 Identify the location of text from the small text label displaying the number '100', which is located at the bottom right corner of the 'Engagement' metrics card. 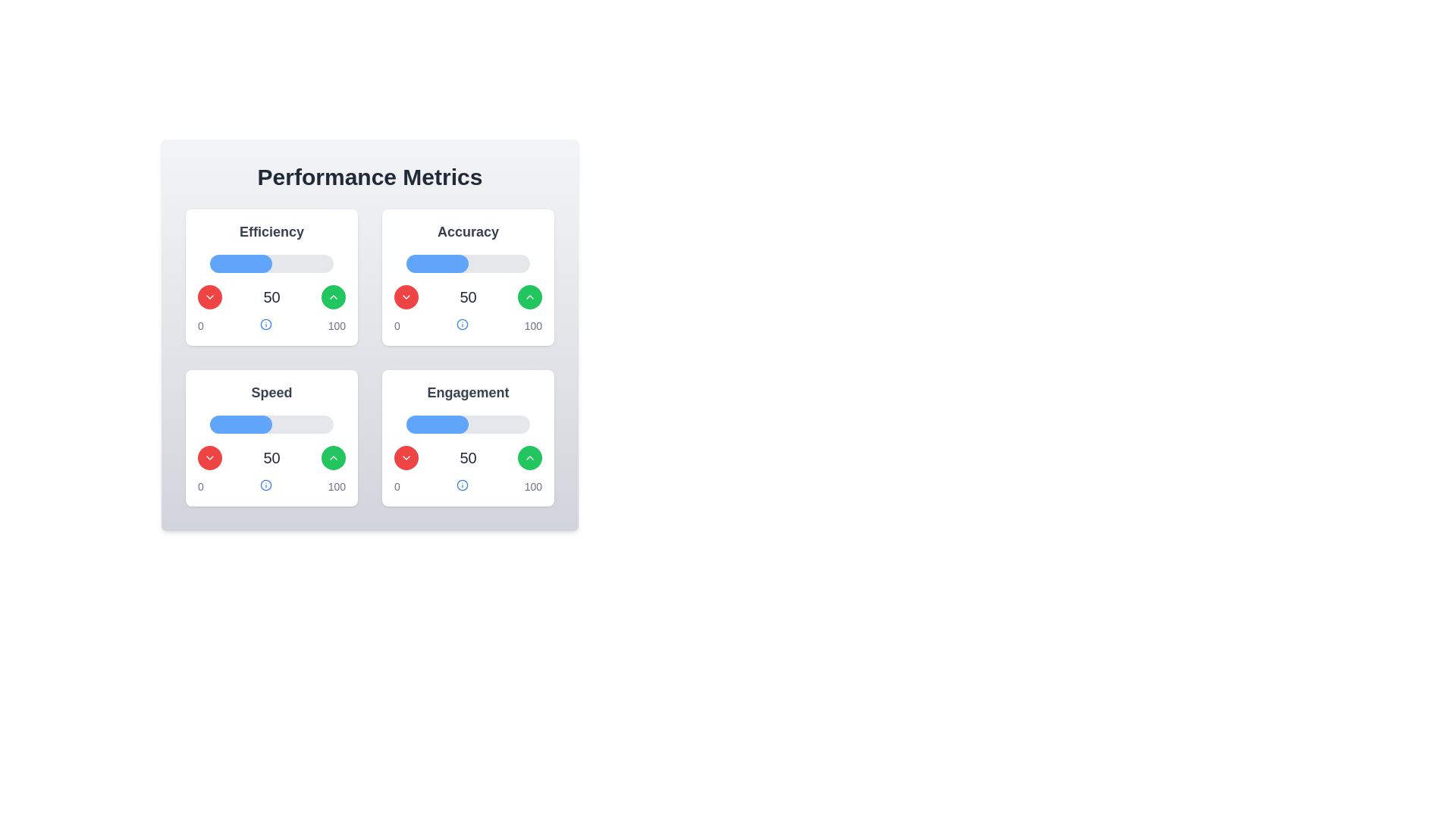
(533, 486).